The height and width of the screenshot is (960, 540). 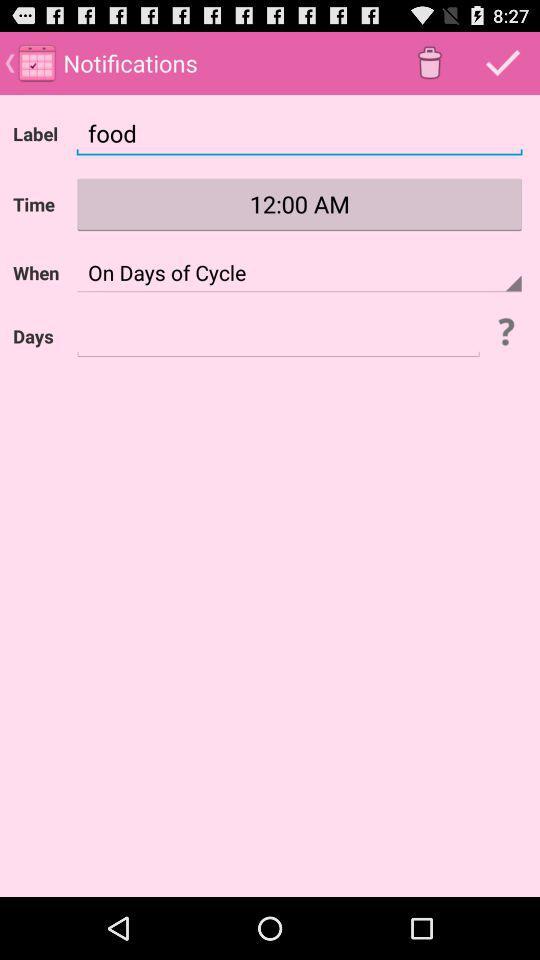 I want to click on date s, so click(x=277, y=336).